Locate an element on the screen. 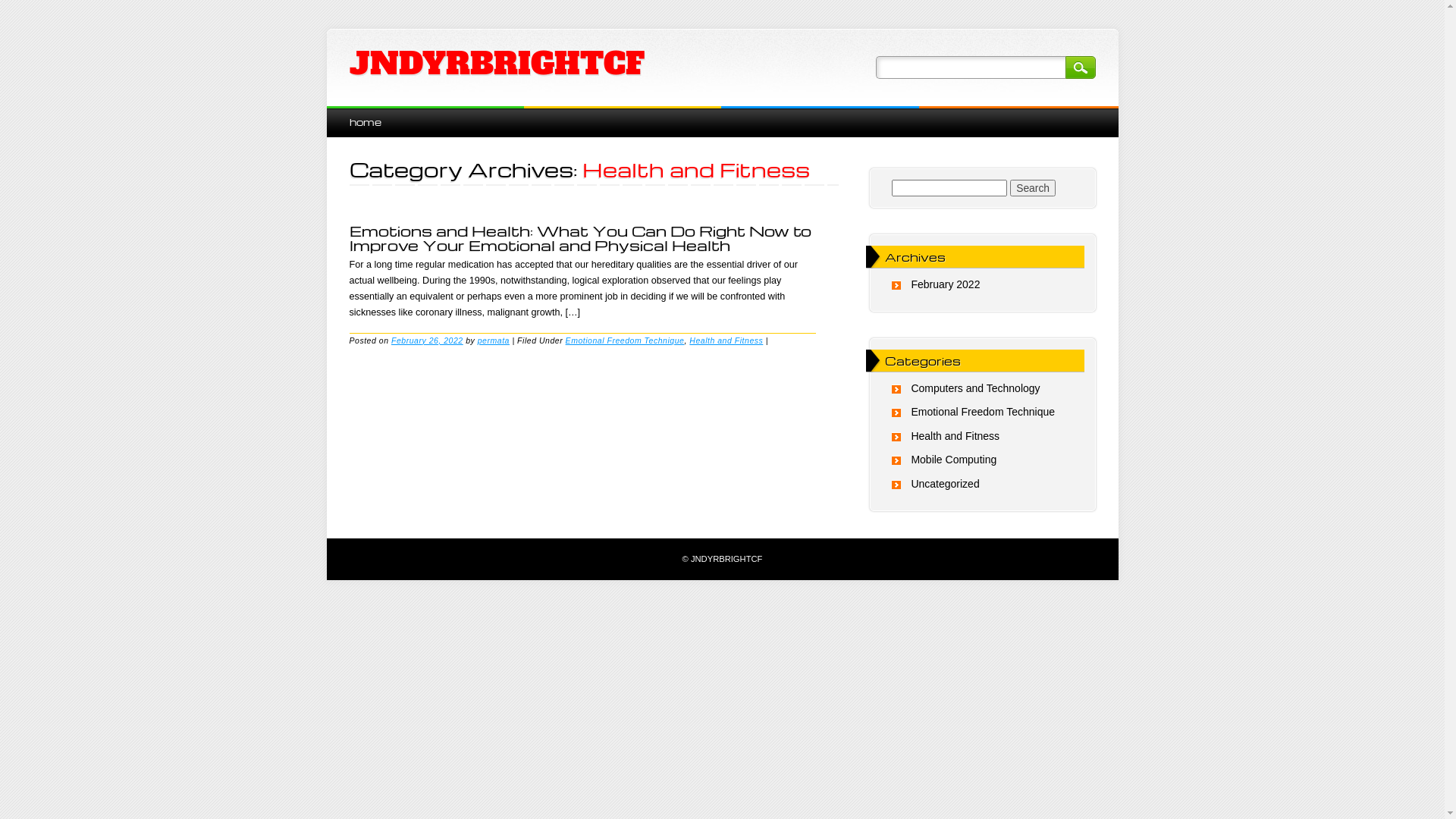 The width and height of the screenshot is (1456, 819). 'Mobile Computing' is located at coordinates (910, 458).